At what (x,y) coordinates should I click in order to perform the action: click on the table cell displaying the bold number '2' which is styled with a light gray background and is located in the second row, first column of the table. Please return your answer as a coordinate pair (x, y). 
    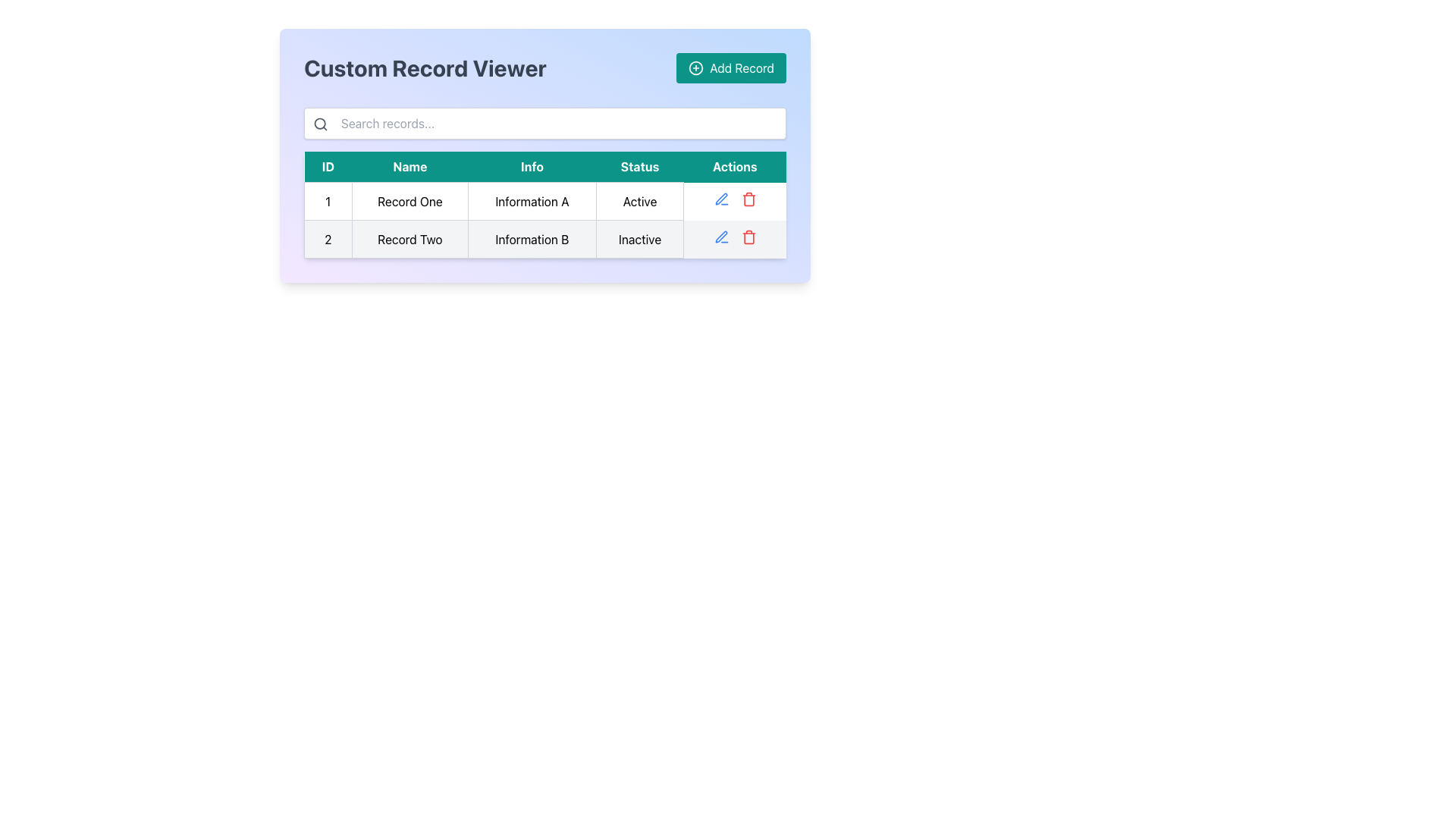
    Looking at the image, I should click on (327, 239).